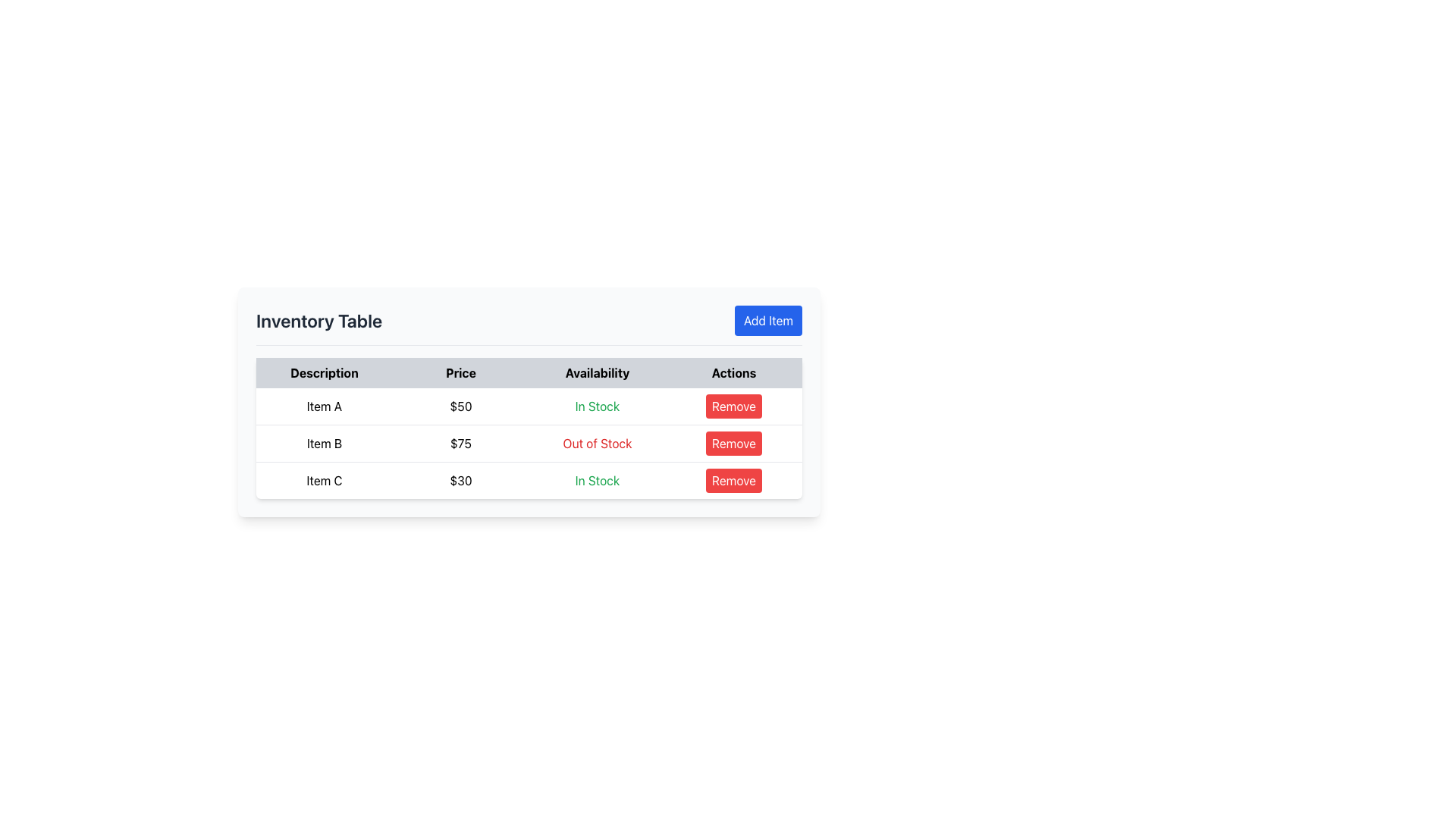 The width and height of the screenshot is (1456, 819). I want to click on the Text Label in the third row of the 'Description' column, which displays the name or identifier of an item in the inventory list, located above '$30' and to the left of 'In Stock', so click(323, 479).